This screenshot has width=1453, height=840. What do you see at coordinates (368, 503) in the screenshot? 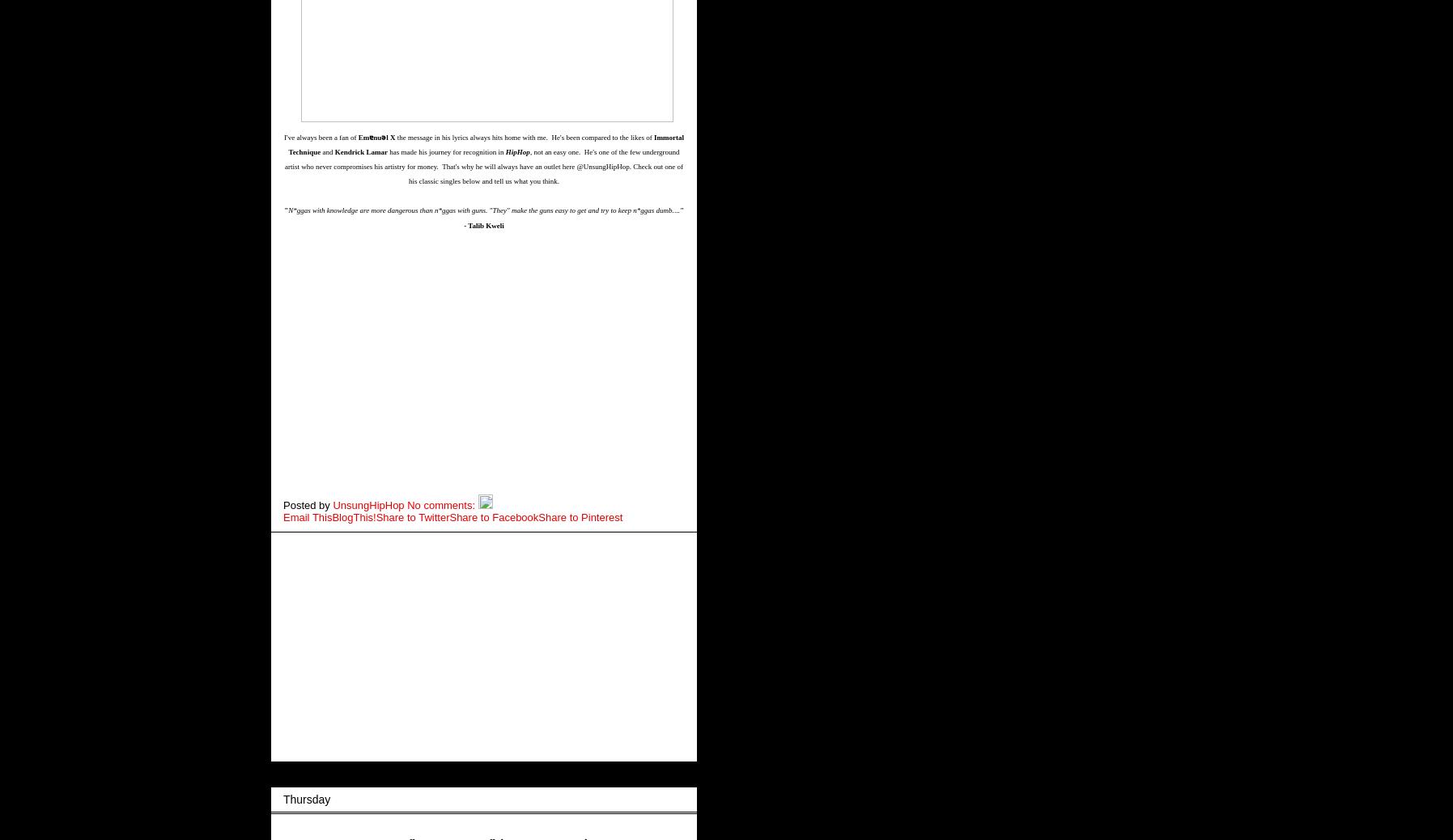
I see `'UnsungHipHop'` at bounding box center [368, 503].